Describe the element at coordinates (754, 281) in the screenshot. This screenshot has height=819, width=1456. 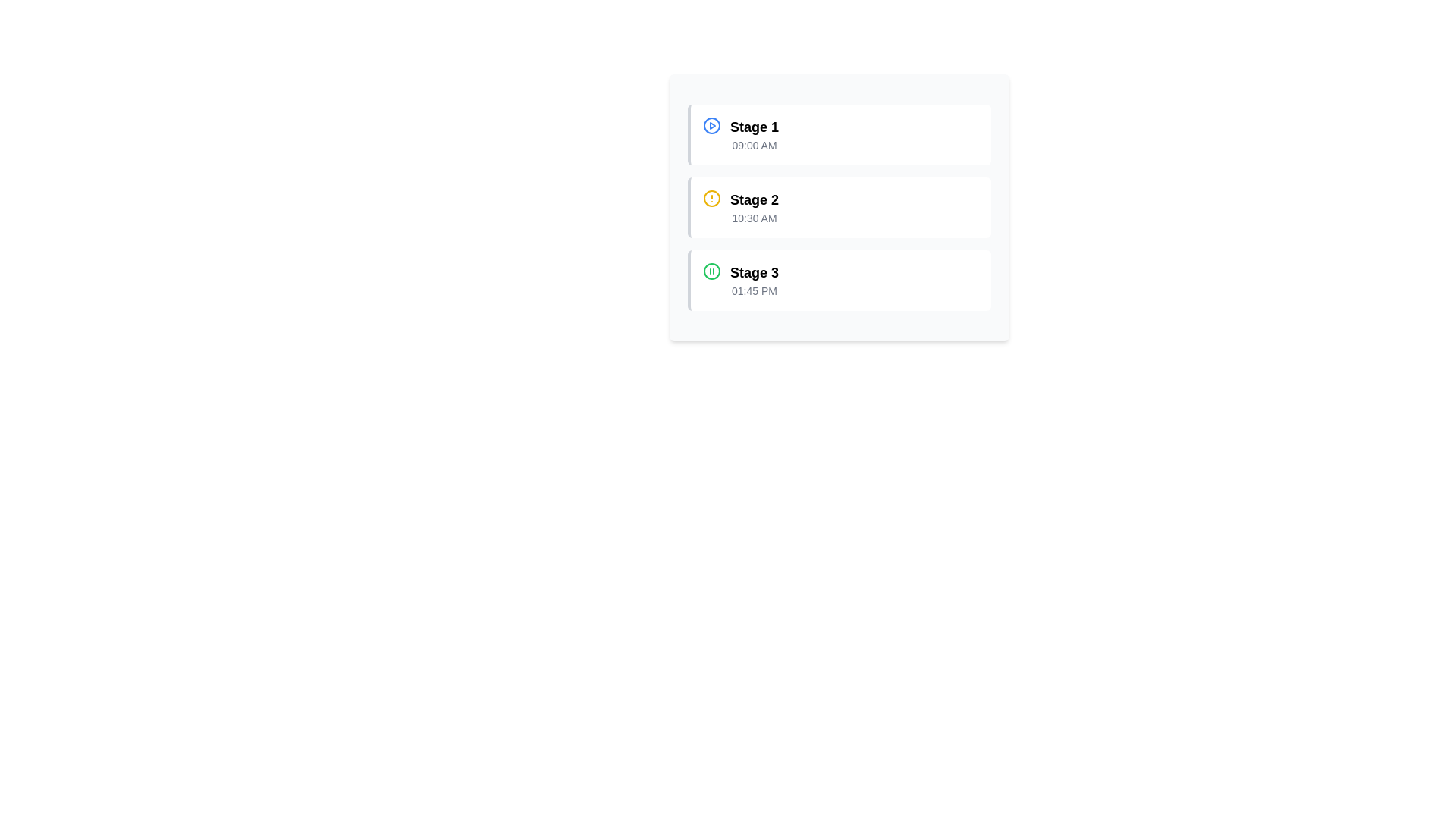
I see `information displayed in the Text information block showing 'Stage 3' and '01:45 PM', which is the last item in a vertical list` at that location.